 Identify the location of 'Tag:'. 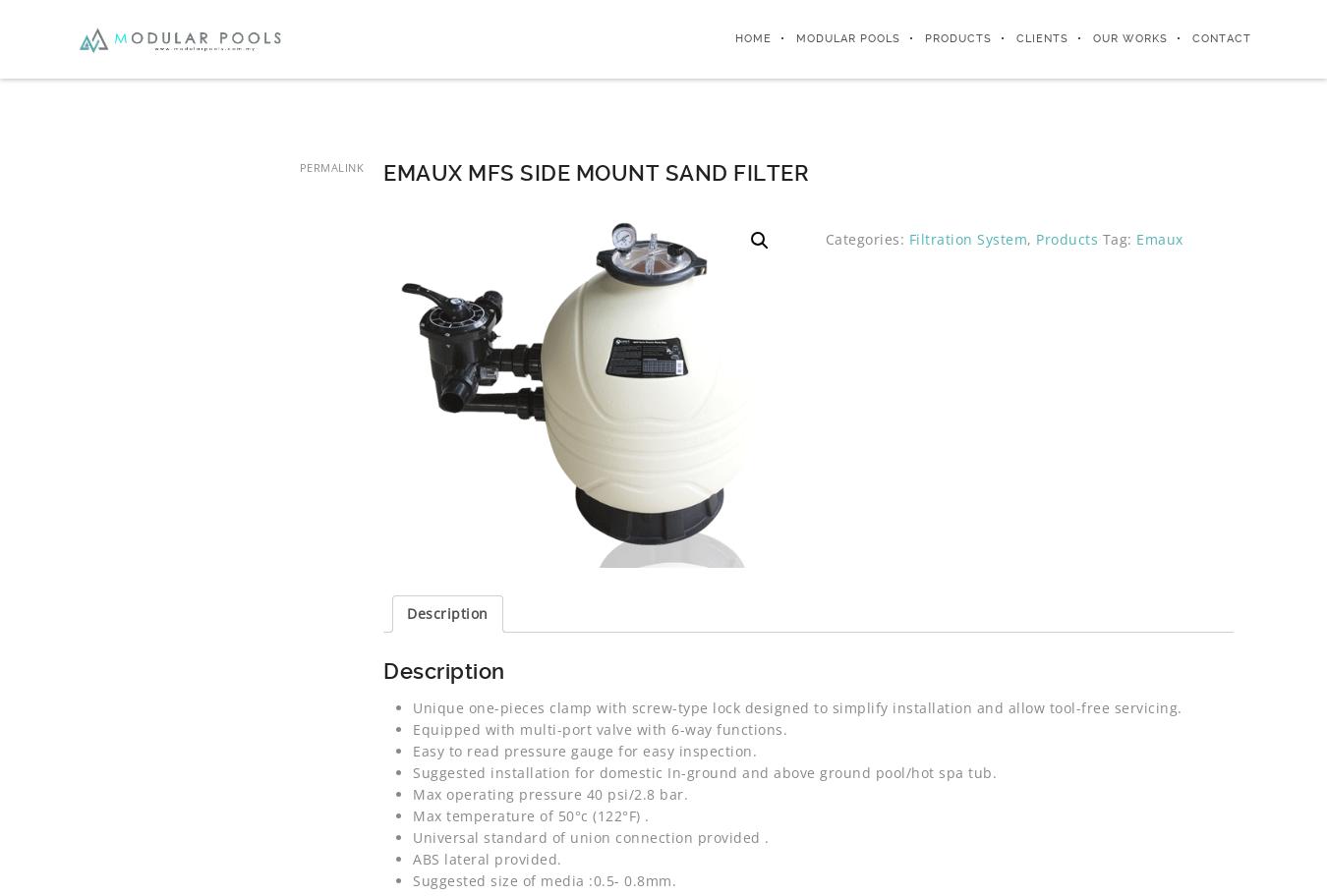
(1118, 239).